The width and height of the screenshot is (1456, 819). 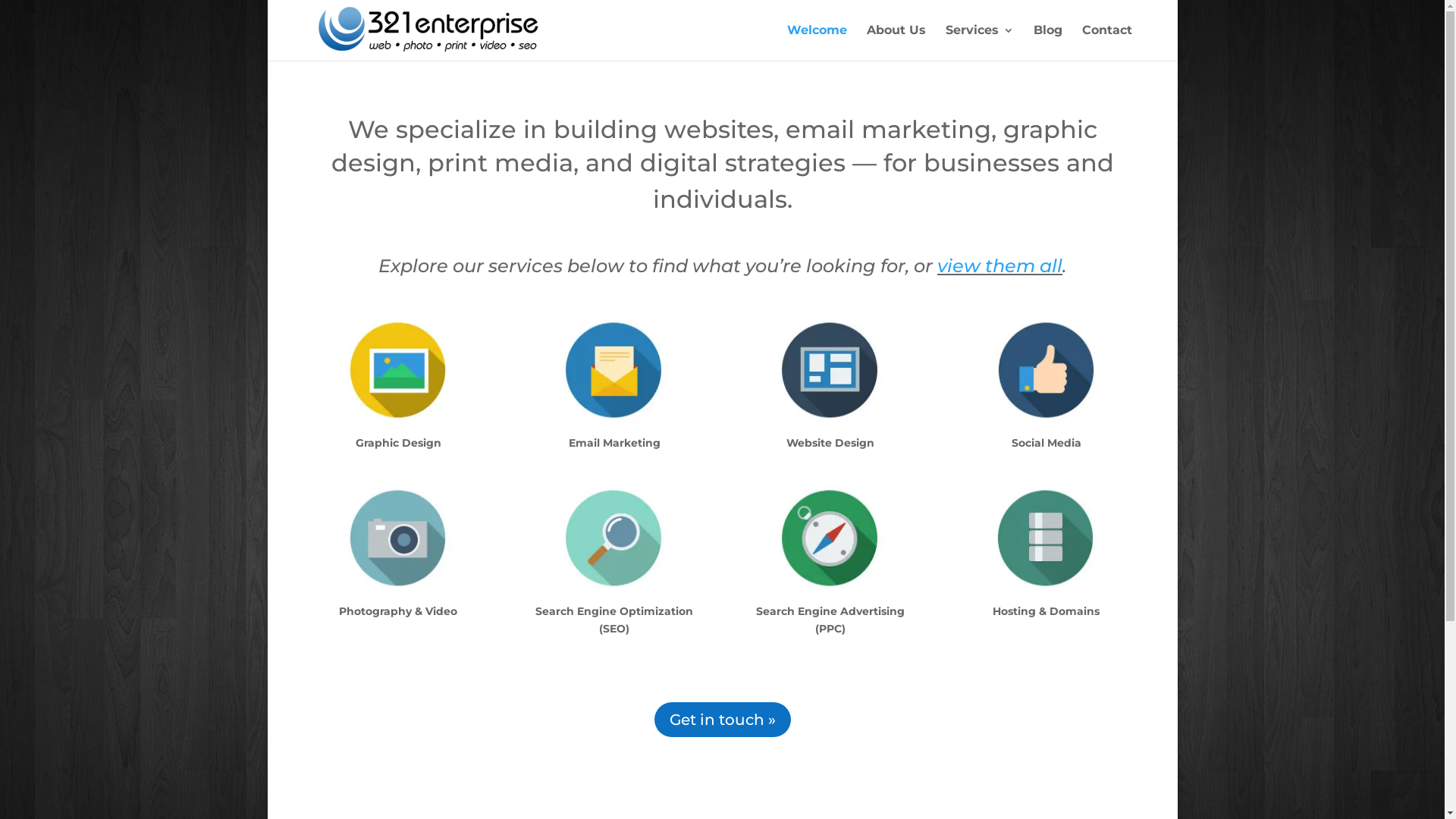 What do you see at coordinates (613, 370) in the screenshot?
I see `'email-tout'` at bounding box center [613, 370].